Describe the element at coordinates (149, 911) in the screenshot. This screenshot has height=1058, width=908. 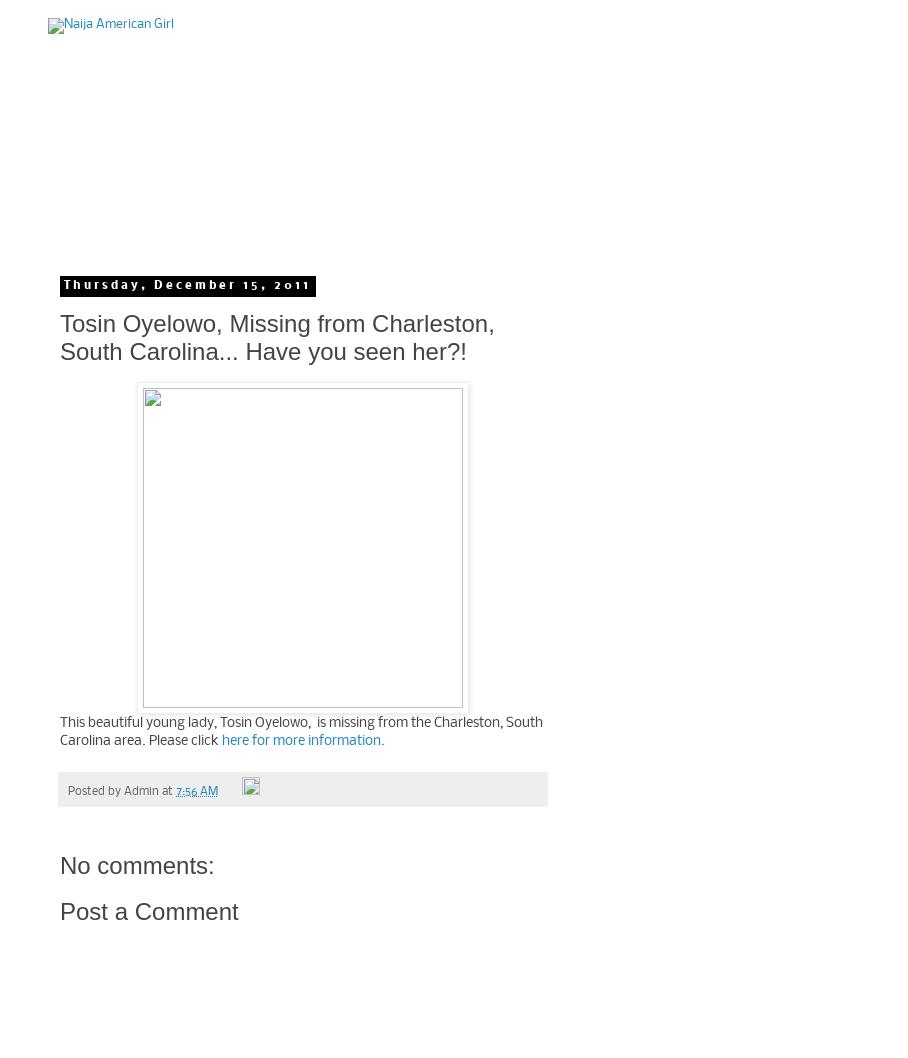
I see `'Post a Comment'` at that location.